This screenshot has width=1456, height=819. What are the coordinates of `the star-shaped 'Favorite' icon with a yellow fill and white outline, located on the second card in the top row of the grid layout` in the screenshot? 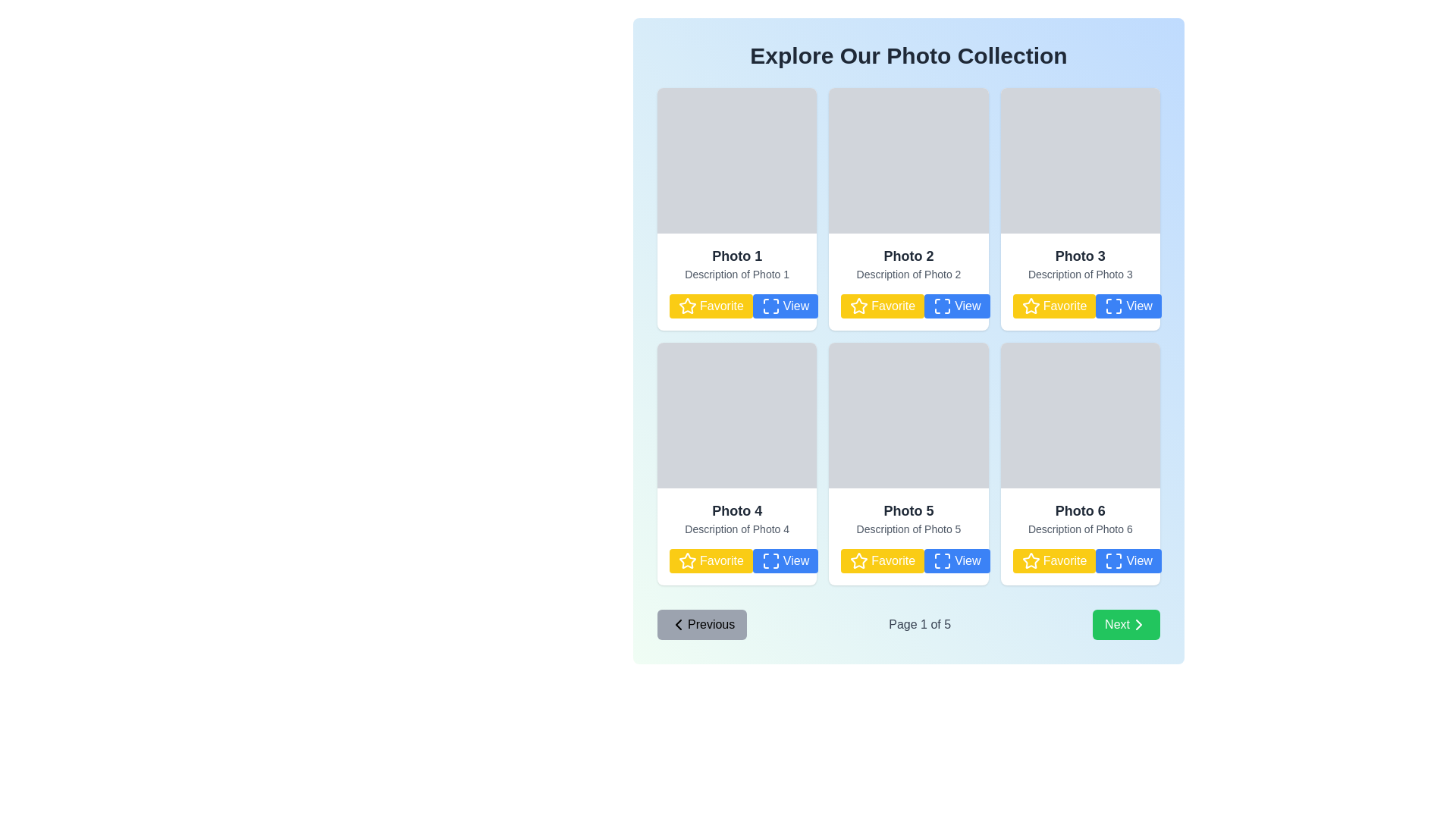 It's located at (859, 306).